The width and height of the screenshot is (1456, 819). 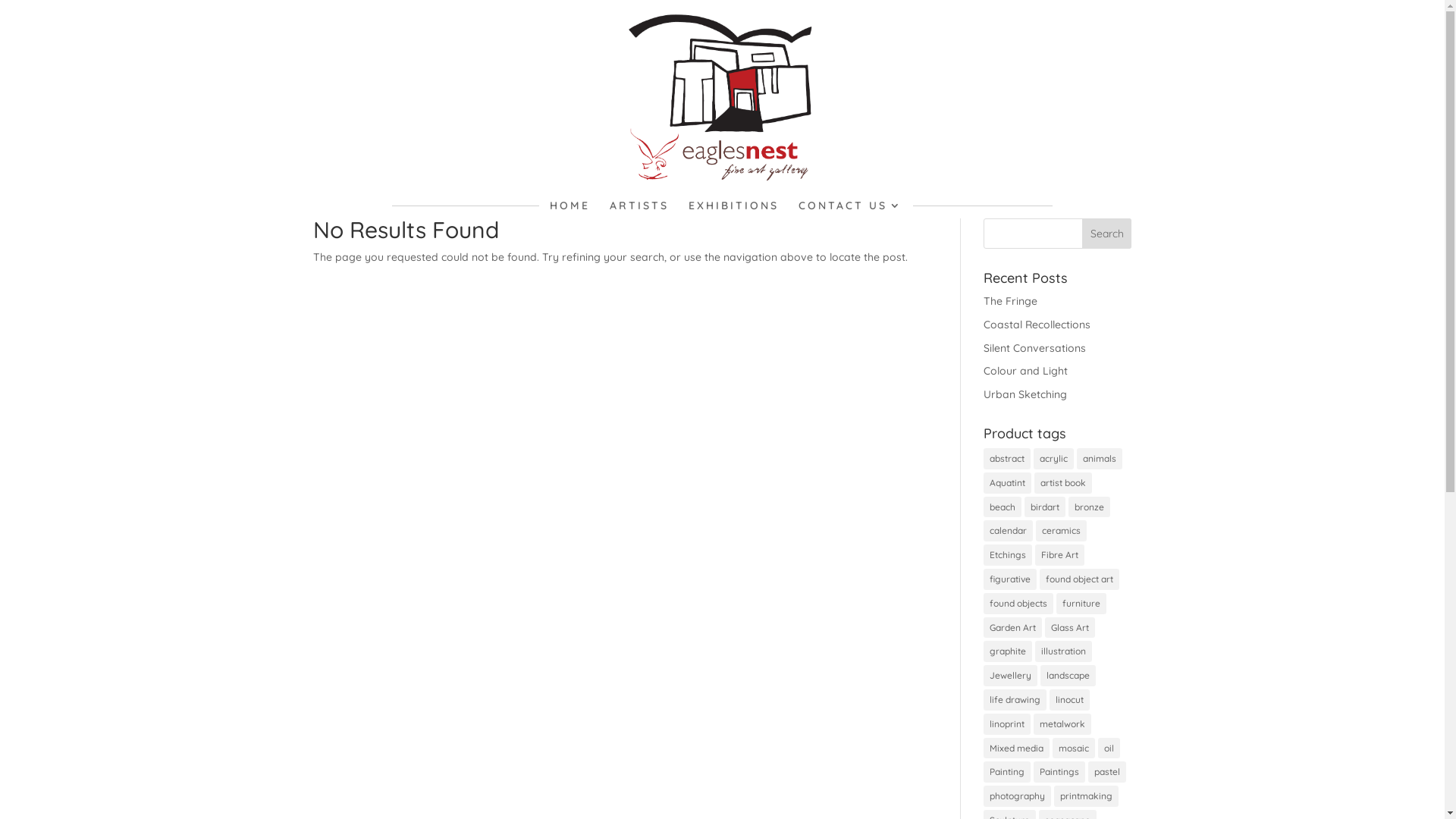 I want to click on 'ceramics', so click(x=1035, y=529).